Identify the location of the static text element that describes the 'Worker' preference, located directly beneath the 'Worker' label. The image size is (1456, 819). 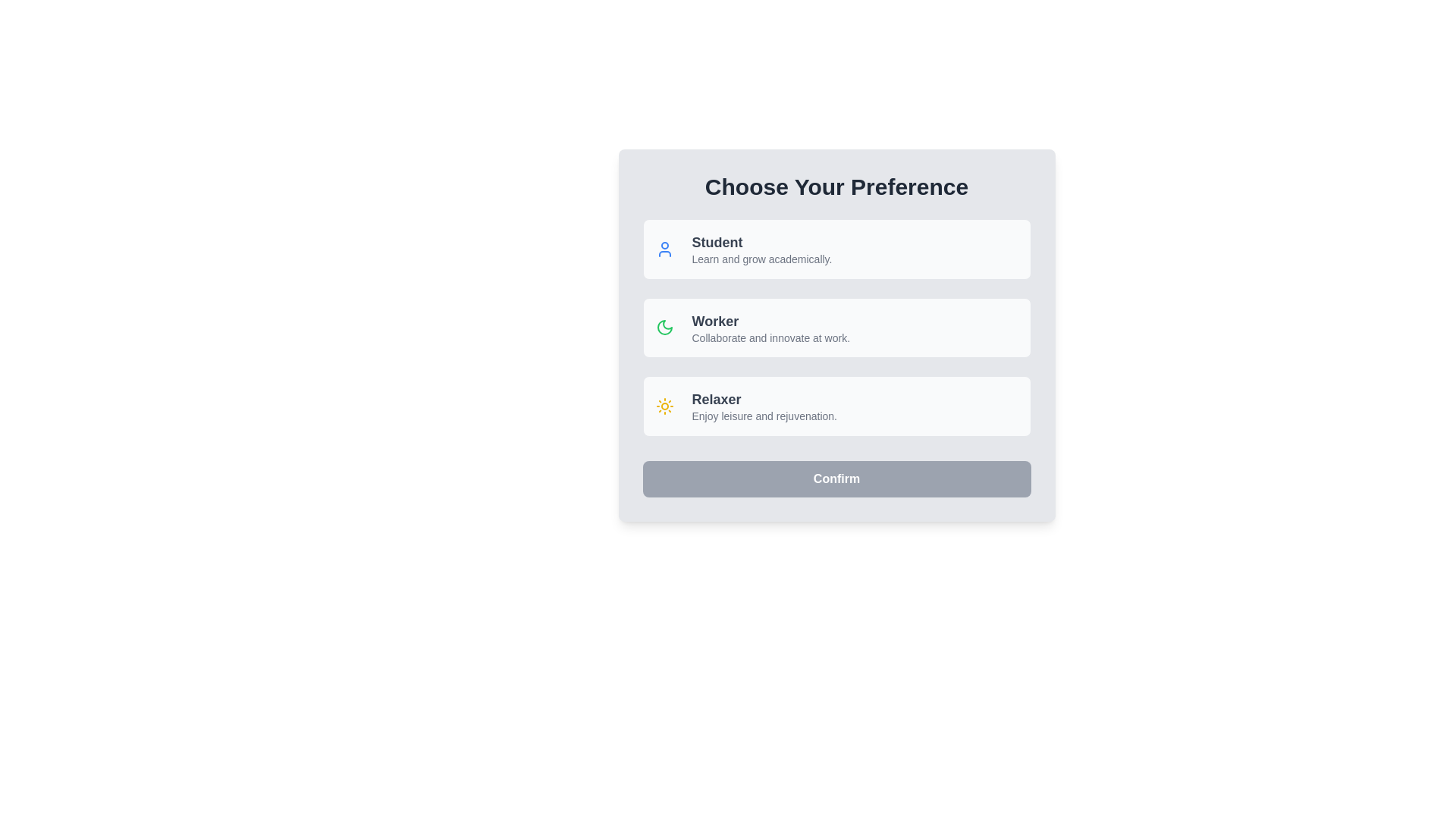
(770, 337).